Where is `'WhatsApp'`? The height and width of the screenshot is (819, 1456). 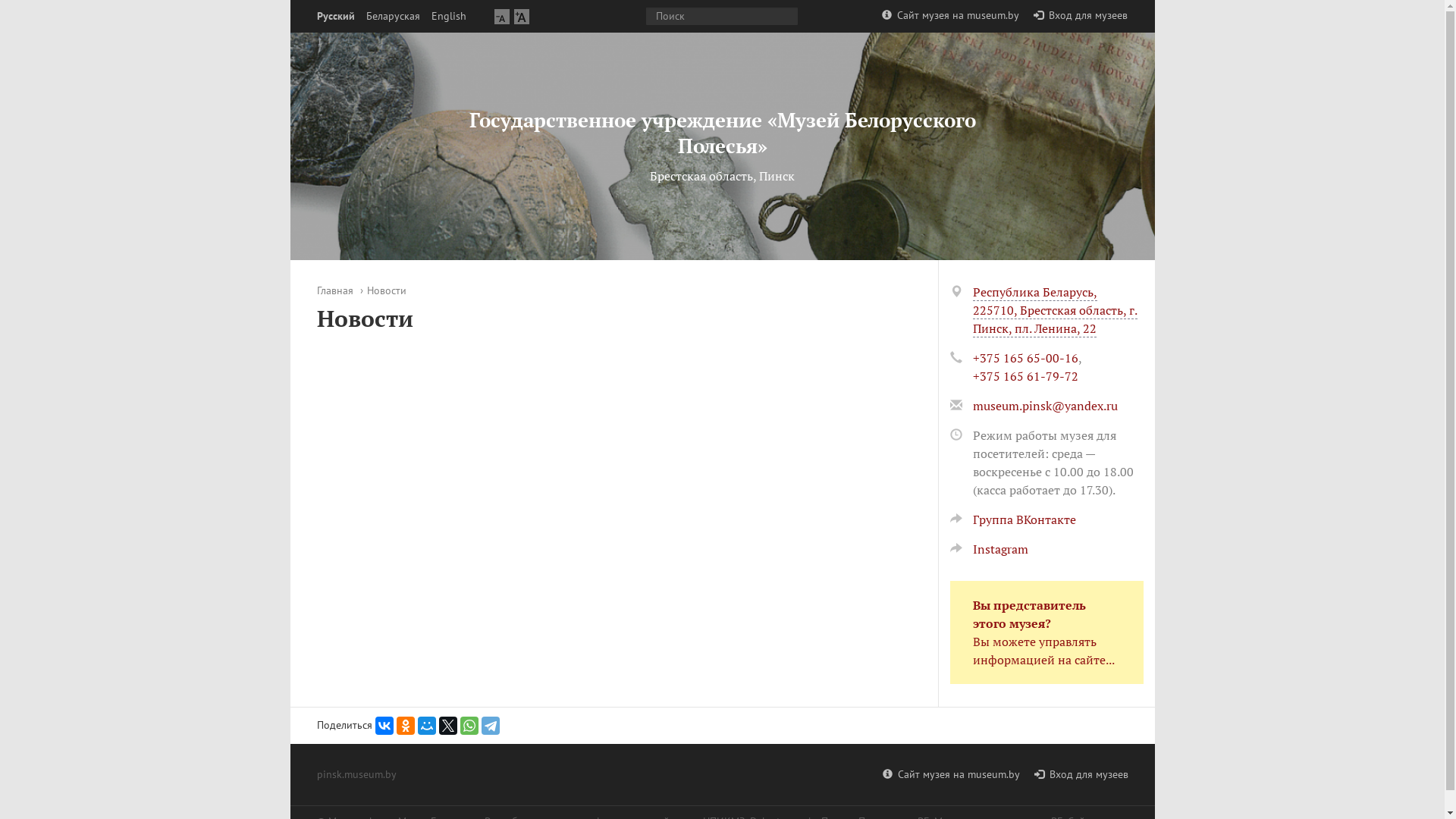 'WhatsApp' is located at coordinates (458, 724).